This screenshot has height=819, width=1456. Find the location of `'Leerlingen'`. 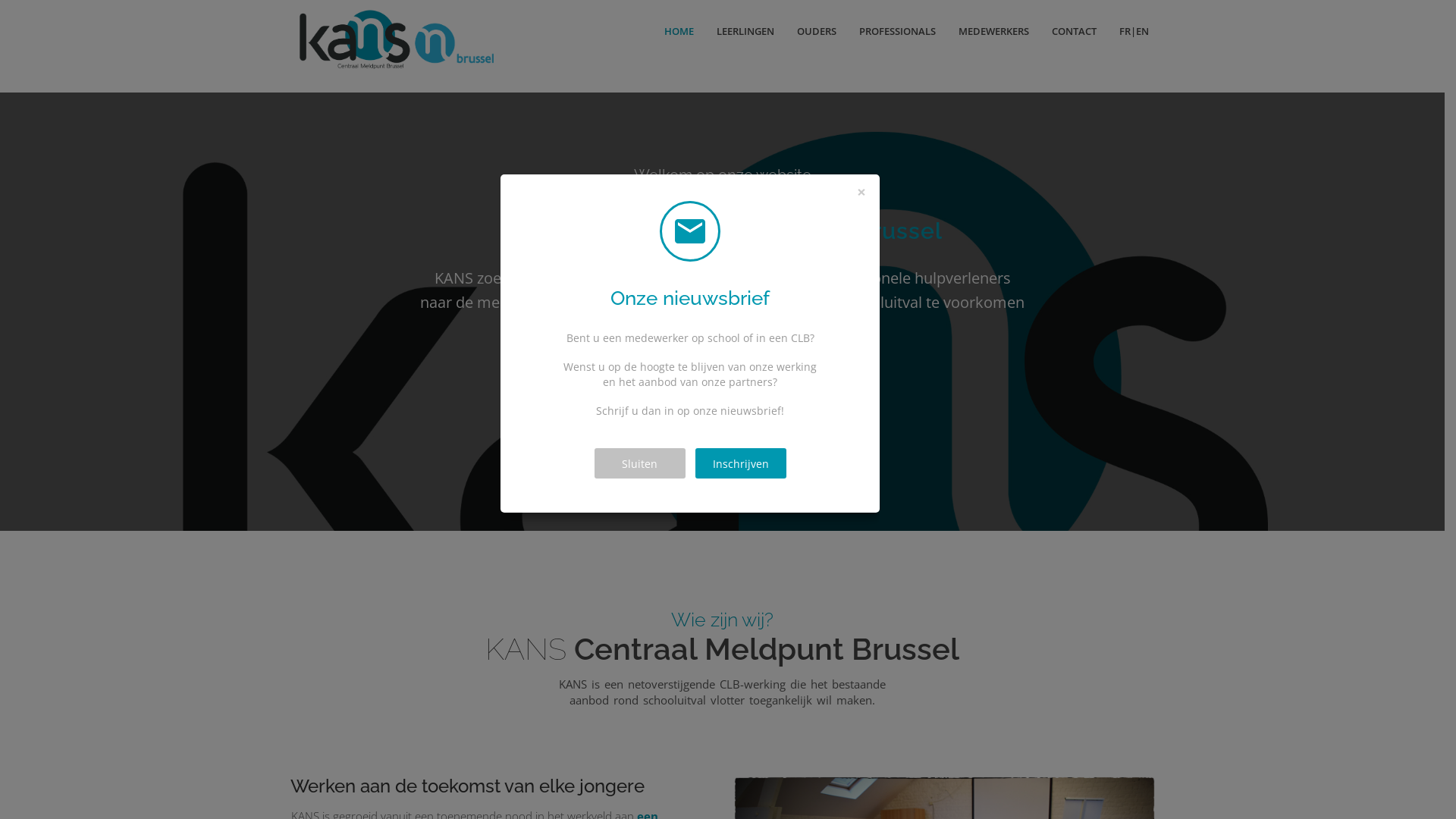

'Leerlingen' is located at coordinates (598, 366).